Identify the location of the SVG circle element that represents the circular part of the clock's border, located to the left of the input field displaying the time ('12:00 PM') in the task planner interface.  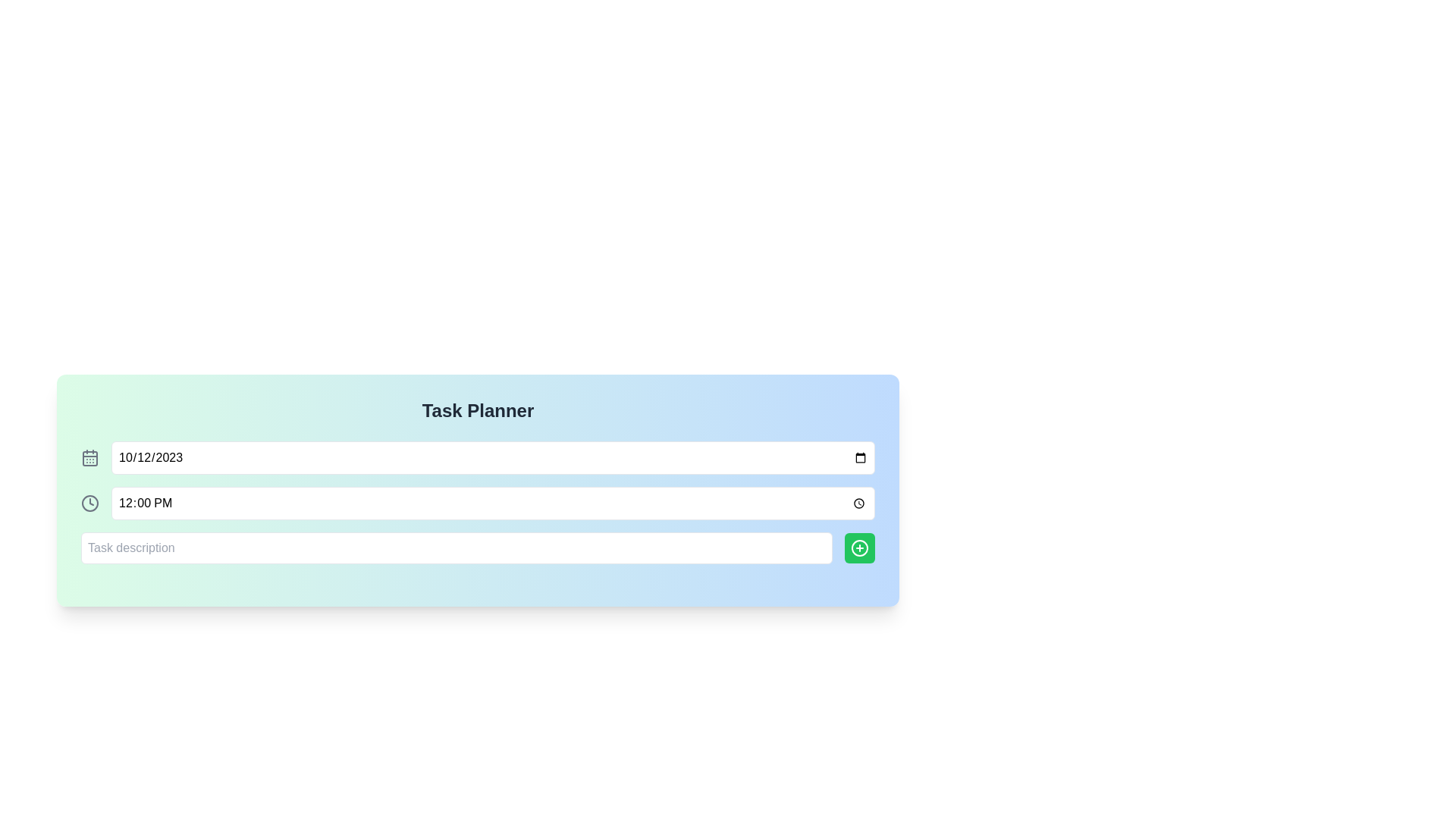
(89, 503).